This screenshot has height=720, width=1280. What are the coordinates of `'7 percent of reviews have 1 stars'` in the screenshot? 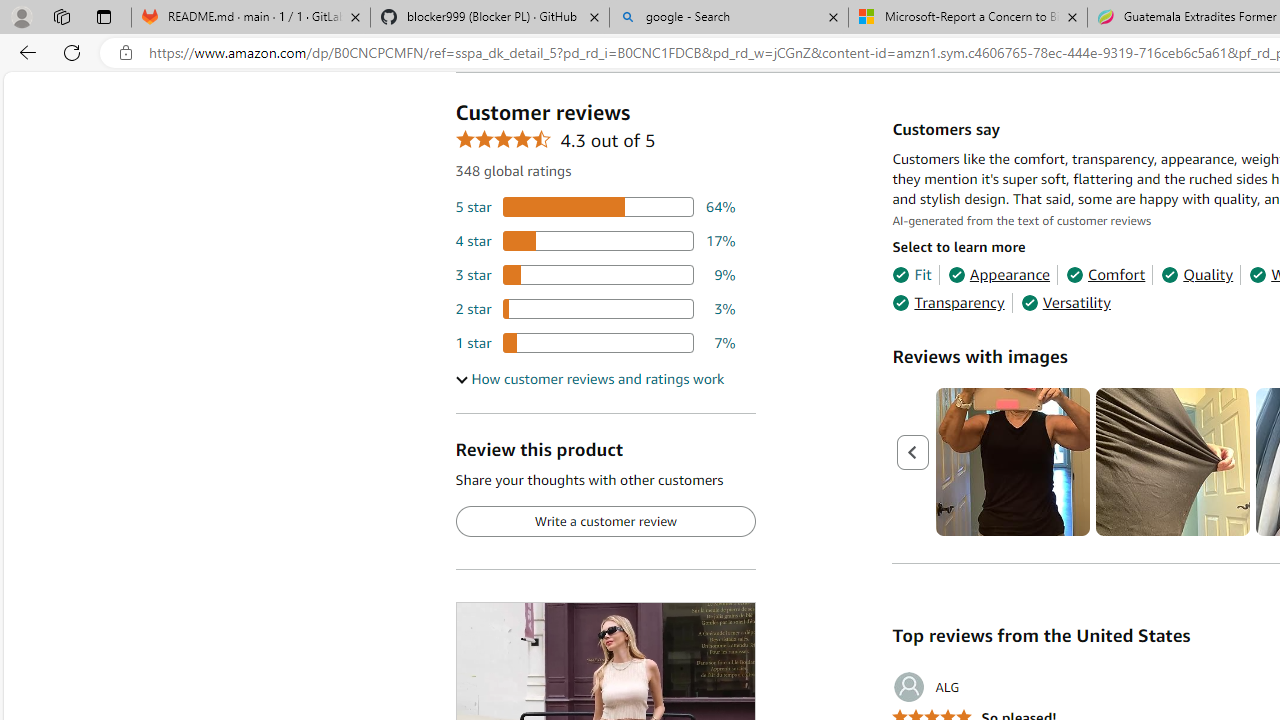 It's located at (594, 342).